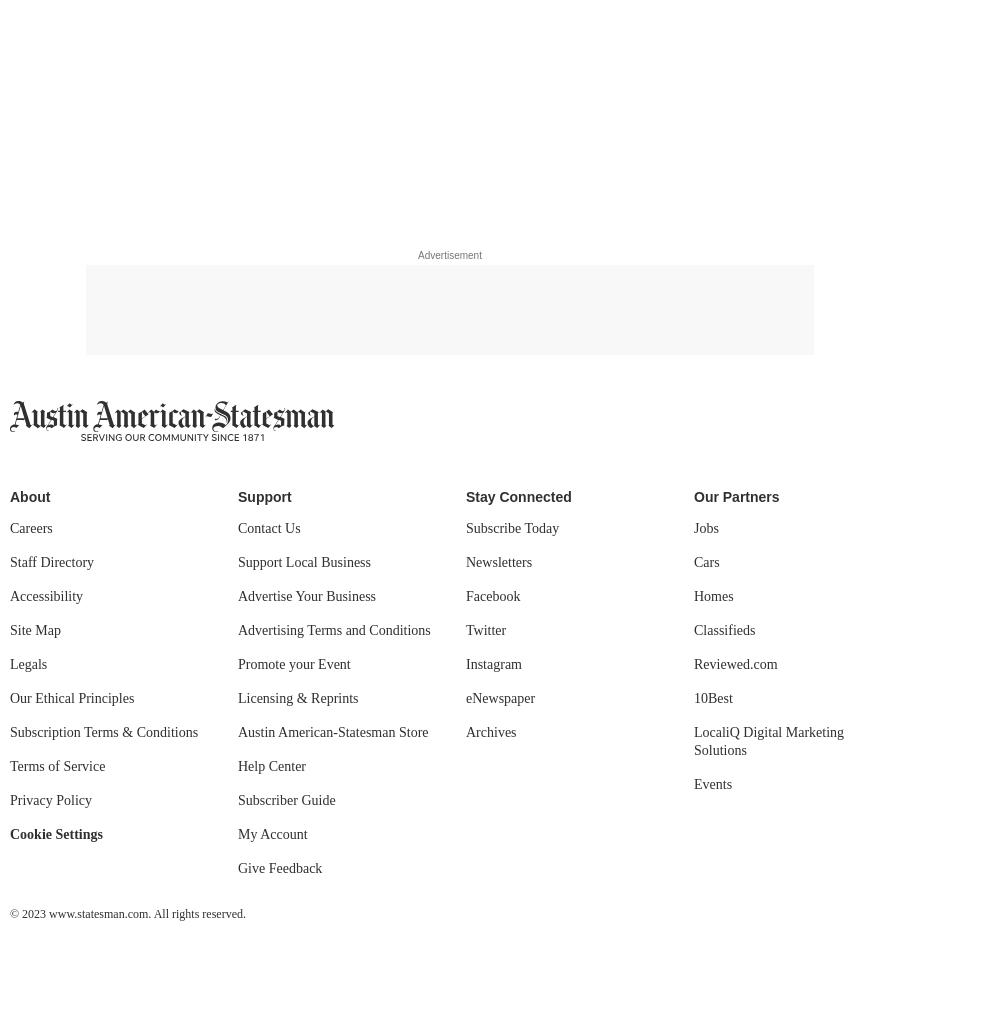 The width and height of the screenshot is (1000, 1014). What do you see at coordinates (693, 697) in the screenshot?
I see `'10Best'` at bounding box center [693, 697].